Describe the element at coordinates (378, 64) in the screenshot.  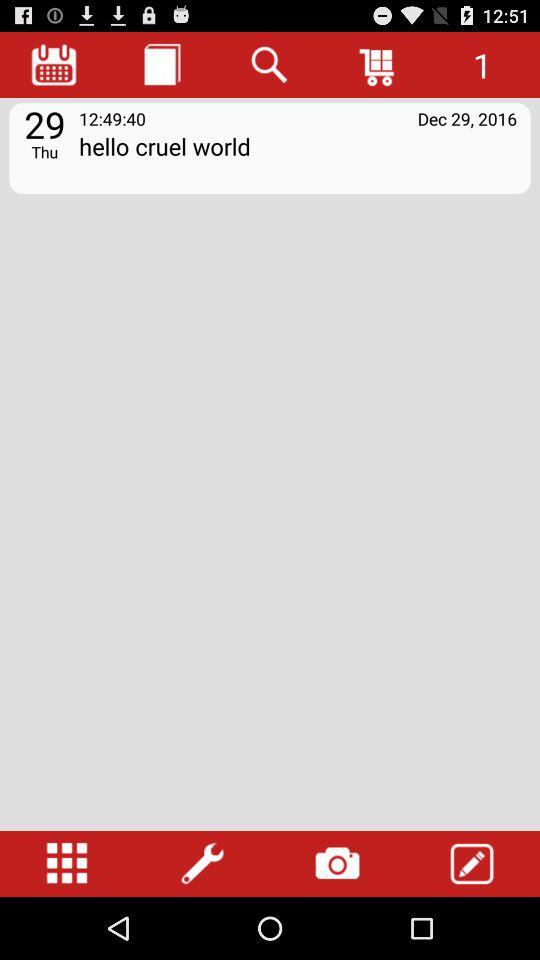
I see `cart` at that location.